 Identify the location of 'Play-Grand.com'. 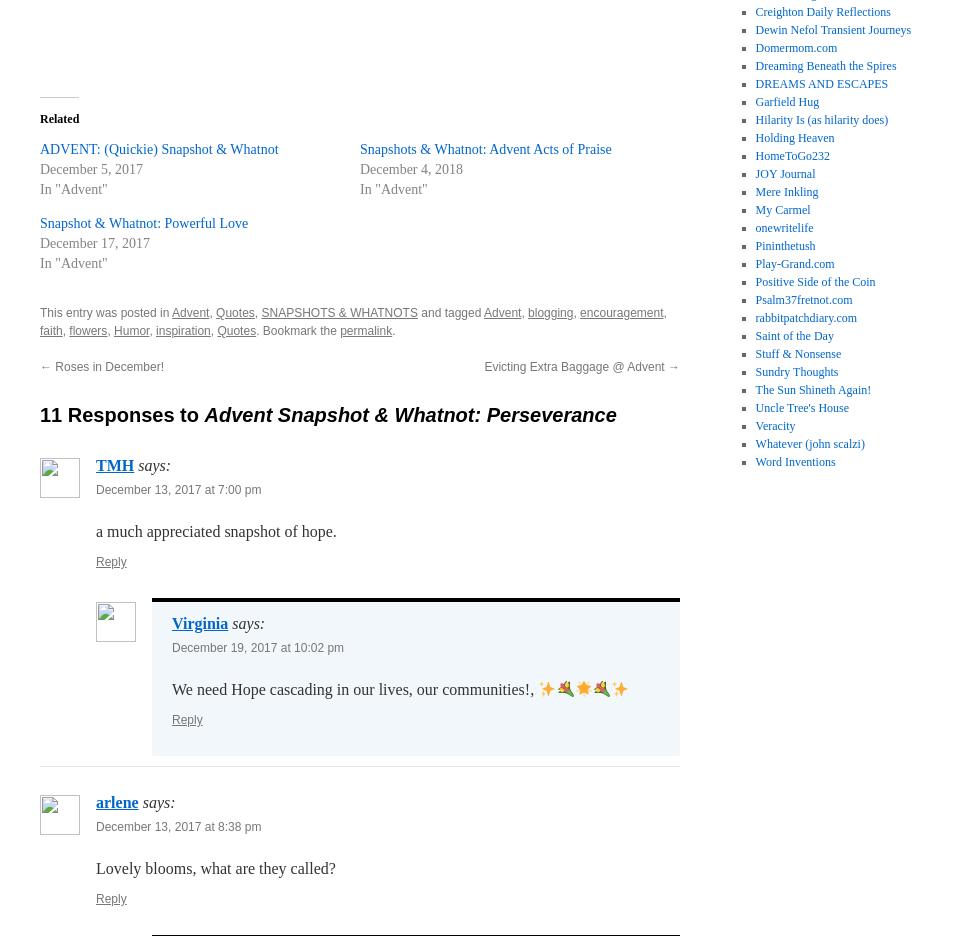
(794, 263).